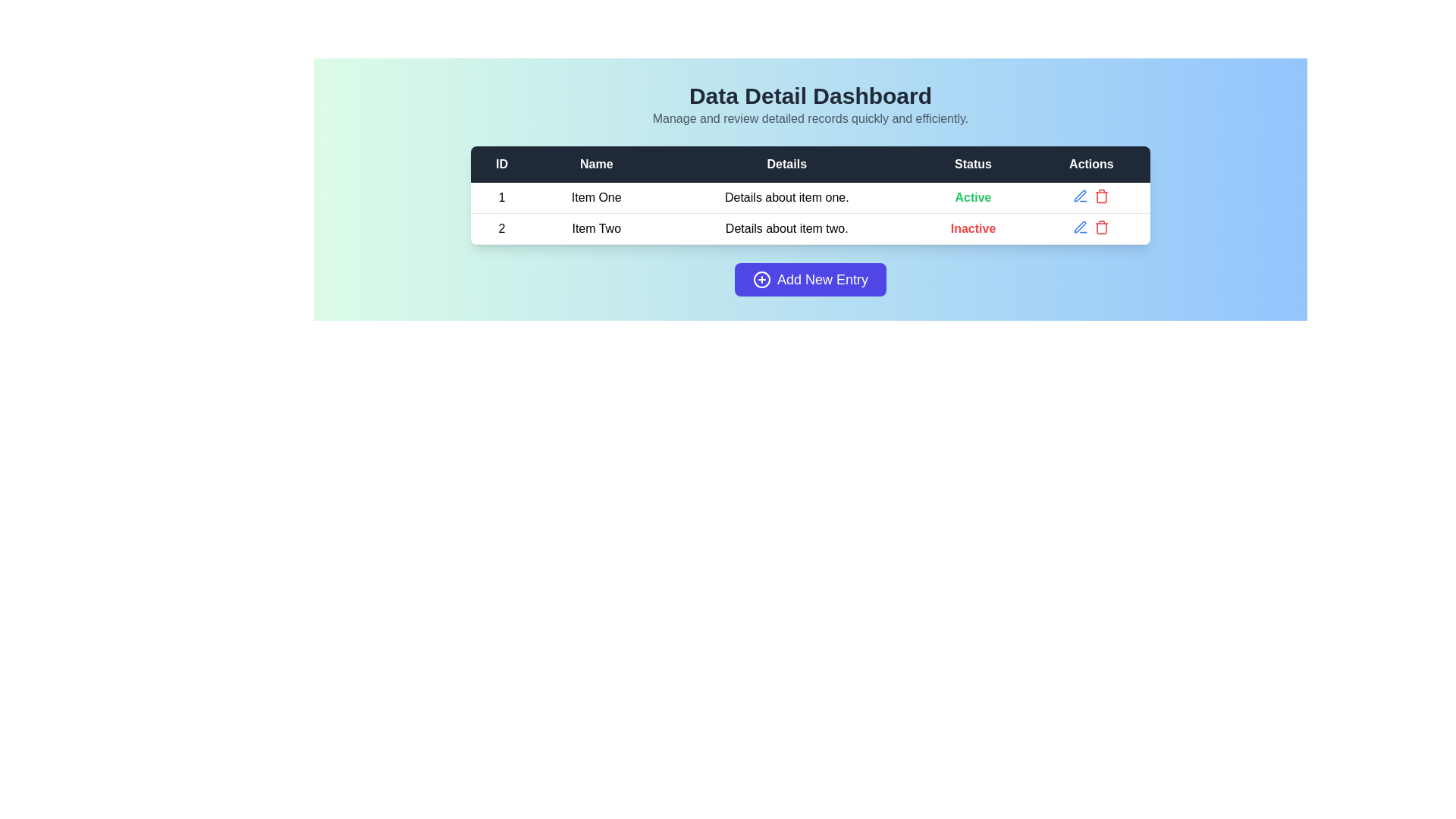 Image resolution: width=1456 pixels, height=819 pixels. What do you see at coordinates (1102, 227) in the screenshot?
I see `the red trash can icon representing the delete action, which is the second icon under the 'Actions' column of the second row in the data table` at bounding box center [1102, 227].